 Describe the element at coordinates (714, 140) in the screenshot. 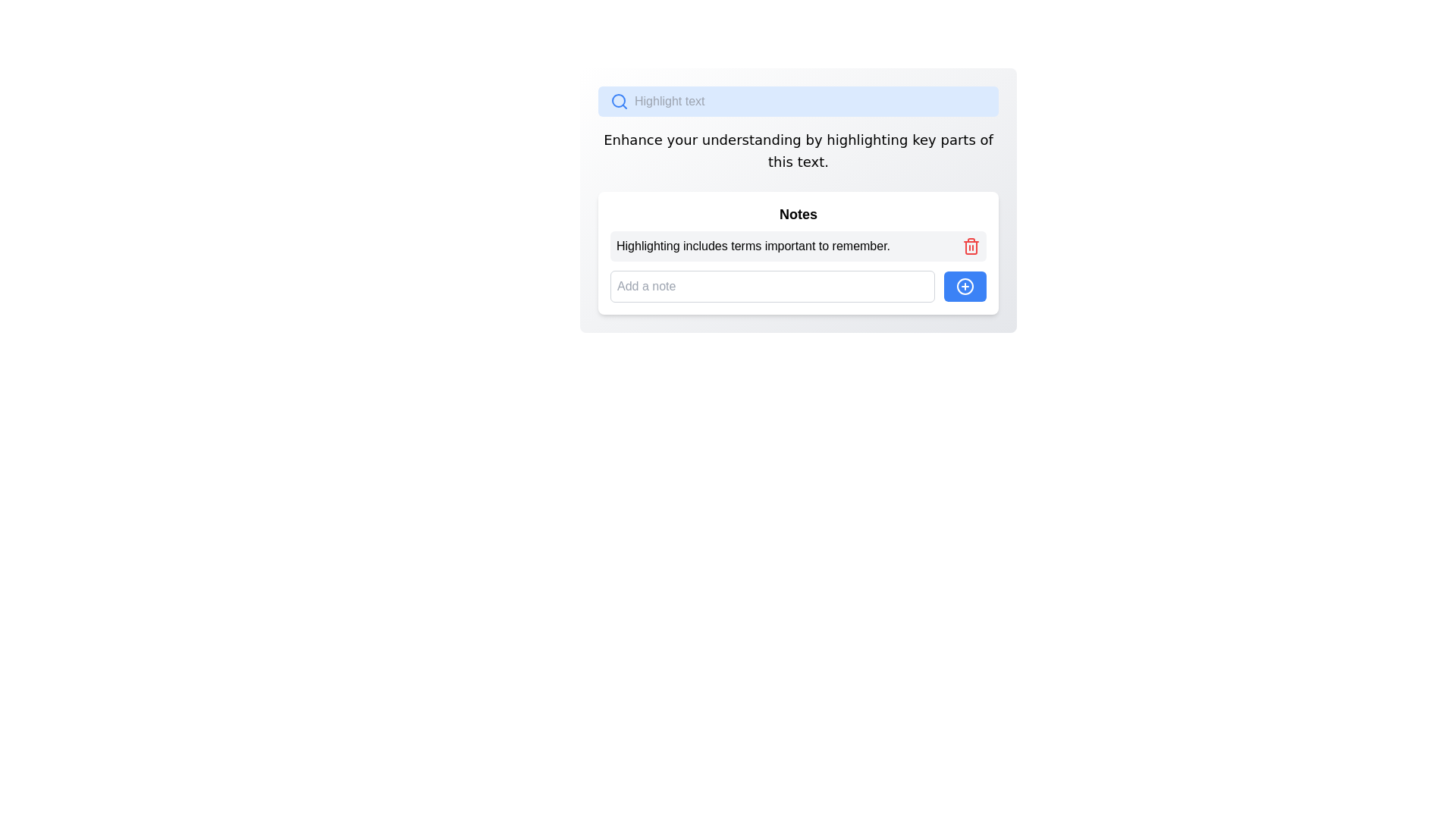

I see `the second occurrence of the letter 'n' in the word 'understanding' within the paragraph that reads 'Enhance your understanding by highlighting key parts of this text.'` at that location.